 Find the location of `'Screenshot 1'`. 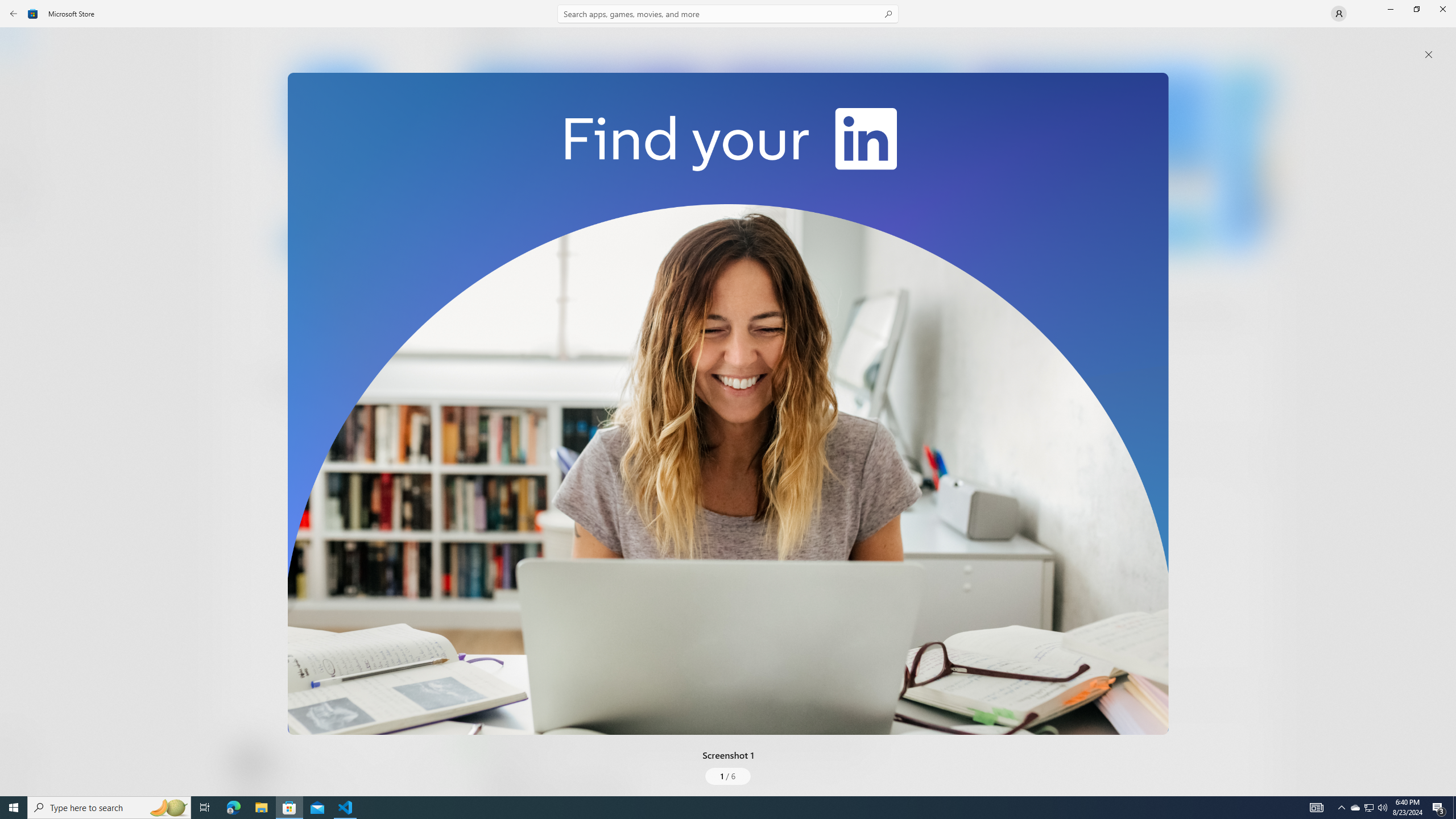

'Screenshot 1' is located at coordinates (728, 403).